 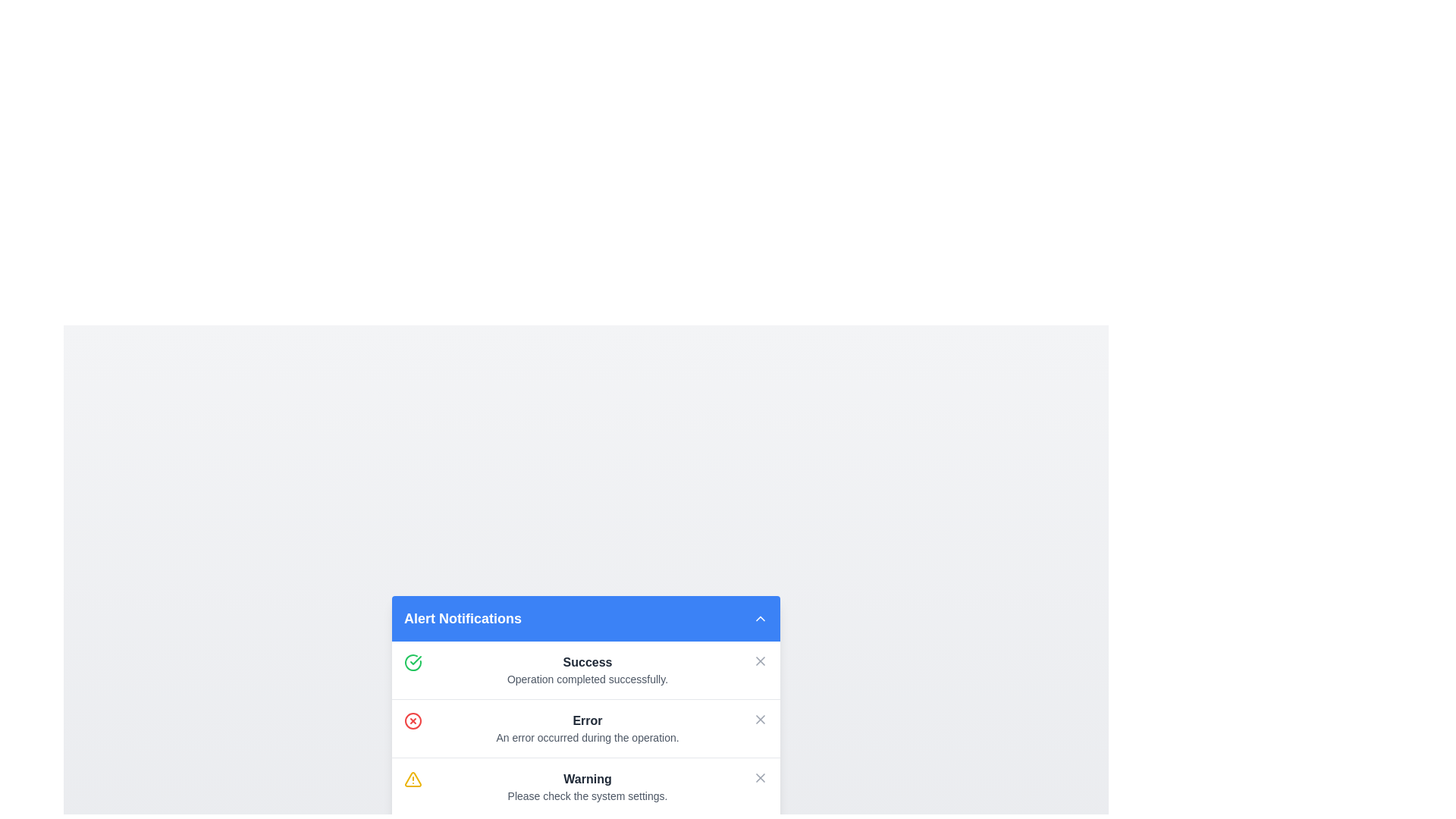 What do you see at coordinates (413, 778) in the screenshot?
I see `the warning icon located to the left of the 'Warning' title in the third entry of the notification list` at bounding box center [413, 778].